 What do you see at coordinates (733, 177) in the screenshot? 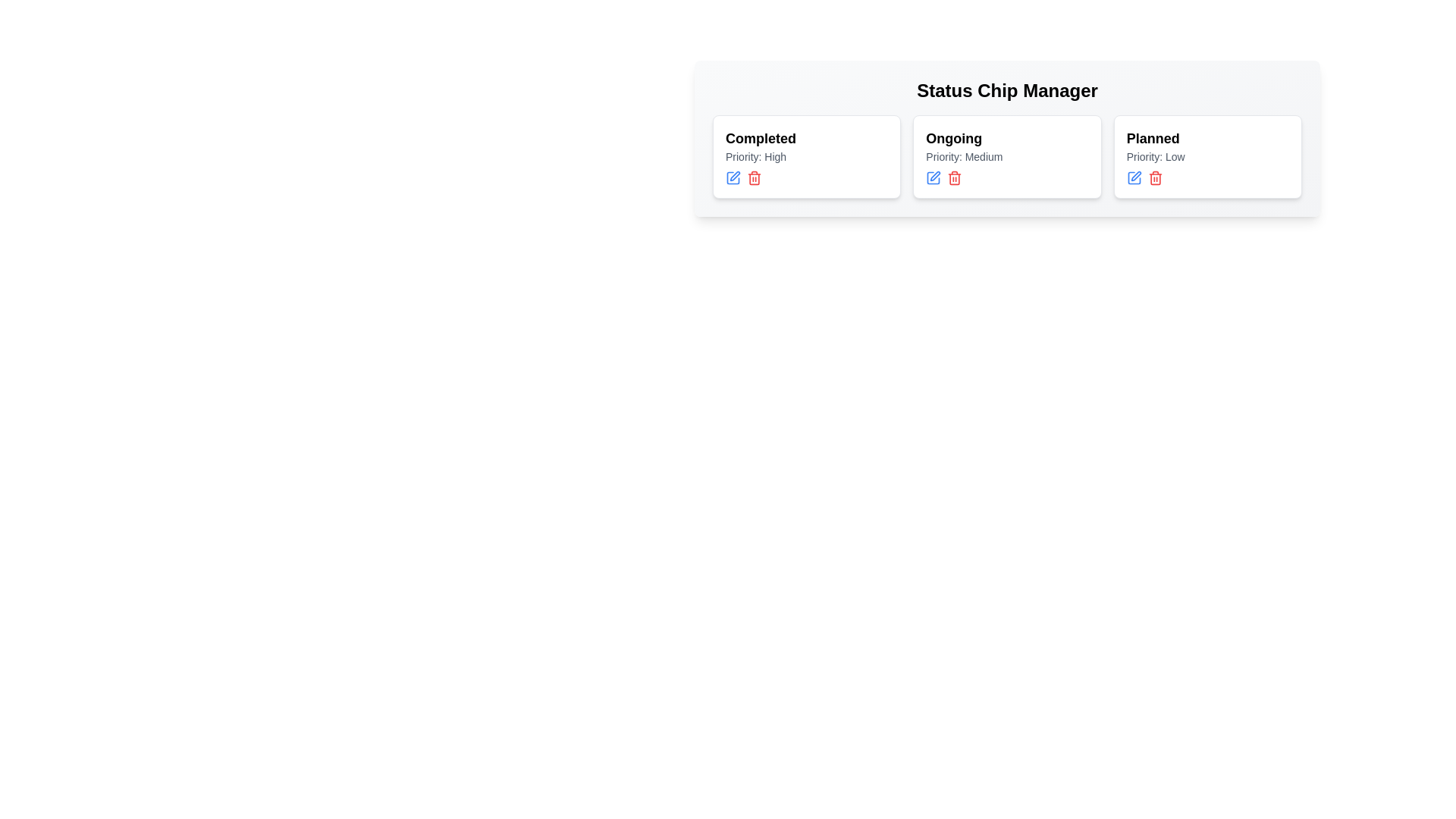
I see `edit button for the chip labeled Completed` at bounding box center [733, 177].